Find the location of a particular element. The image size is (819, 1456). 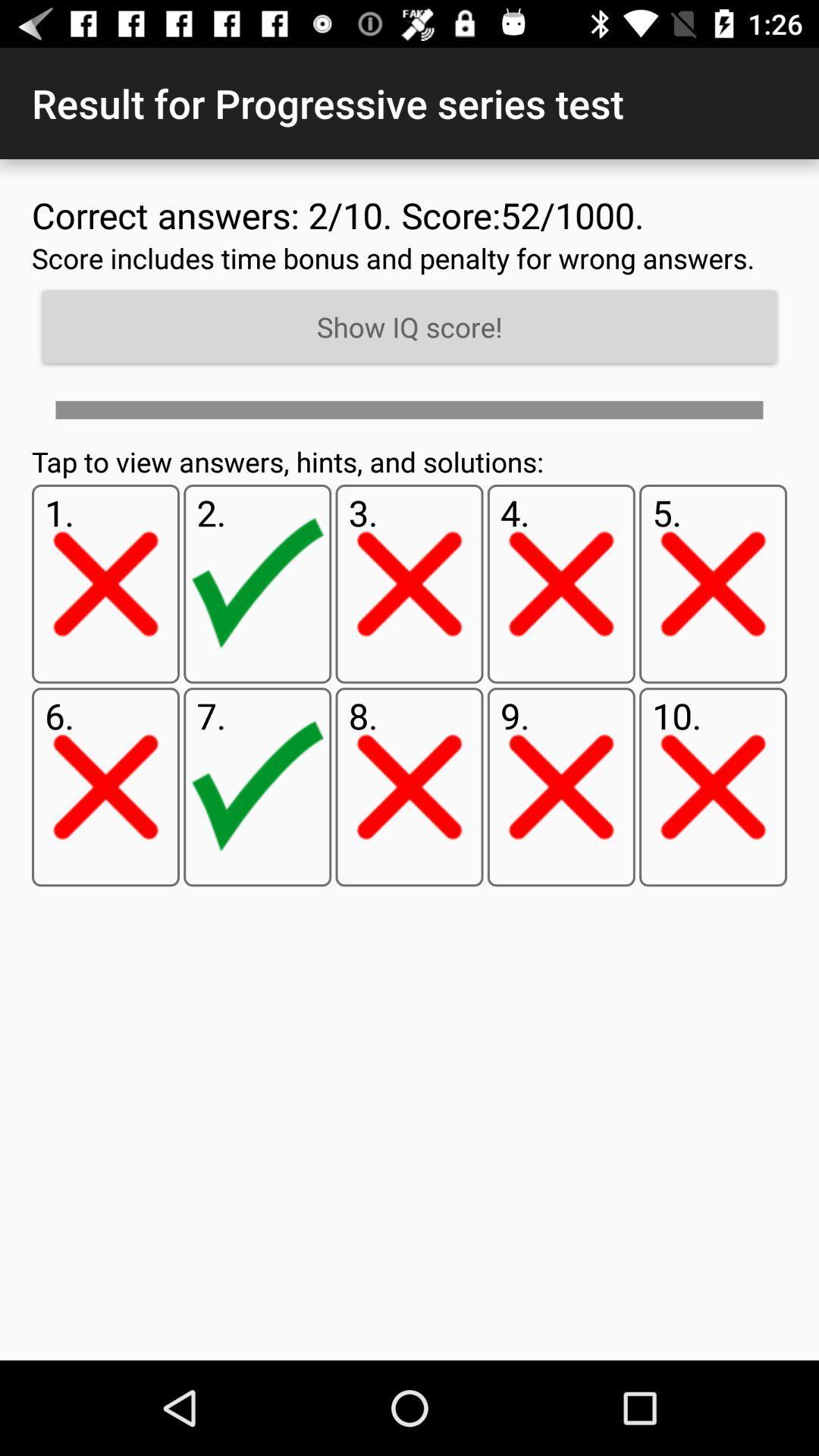

show iq score! icon is located at coordinates (409, 326).